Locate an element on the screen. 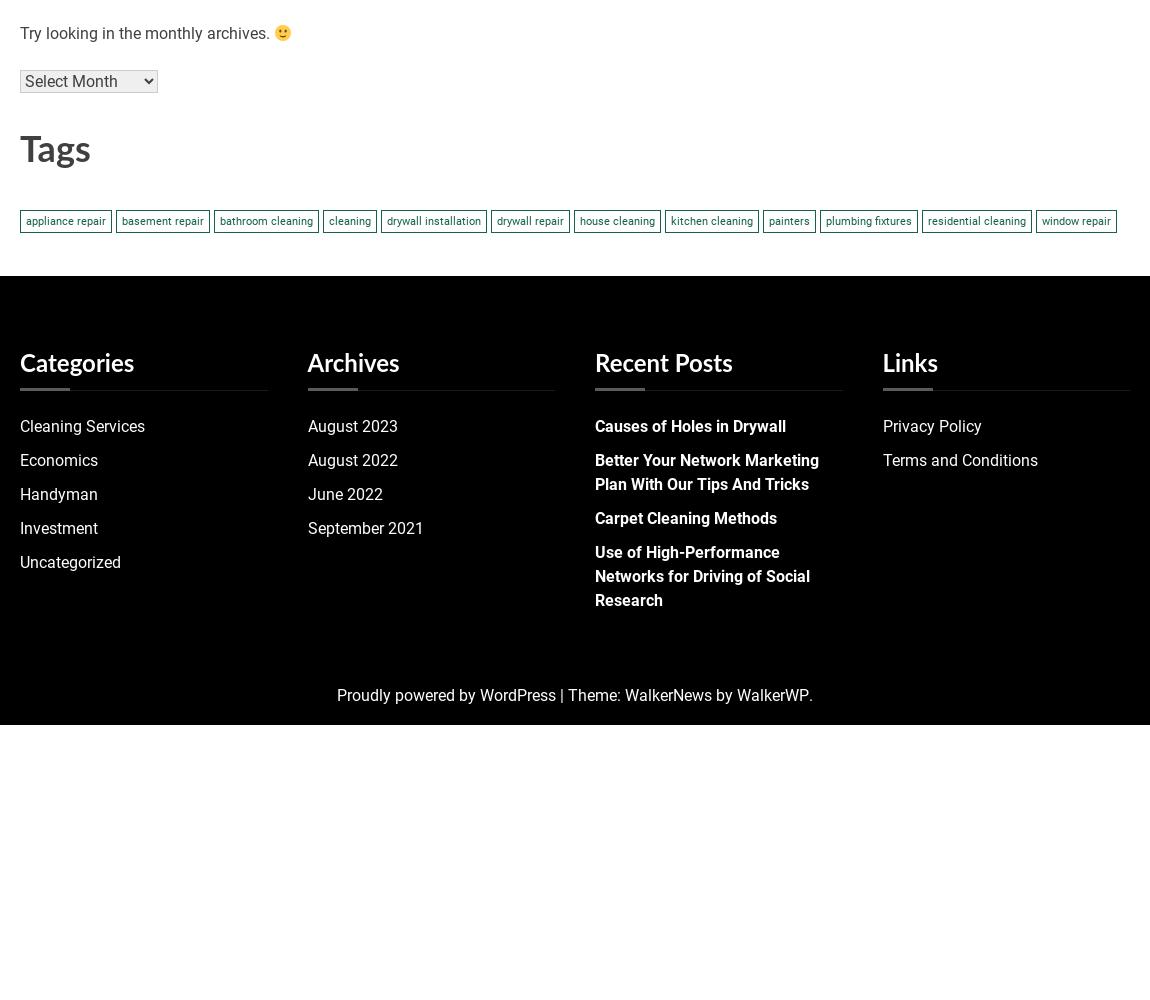 This screenshot has height=1000, width=1150. 'drywall installation' is located at coordinates (434, 219).